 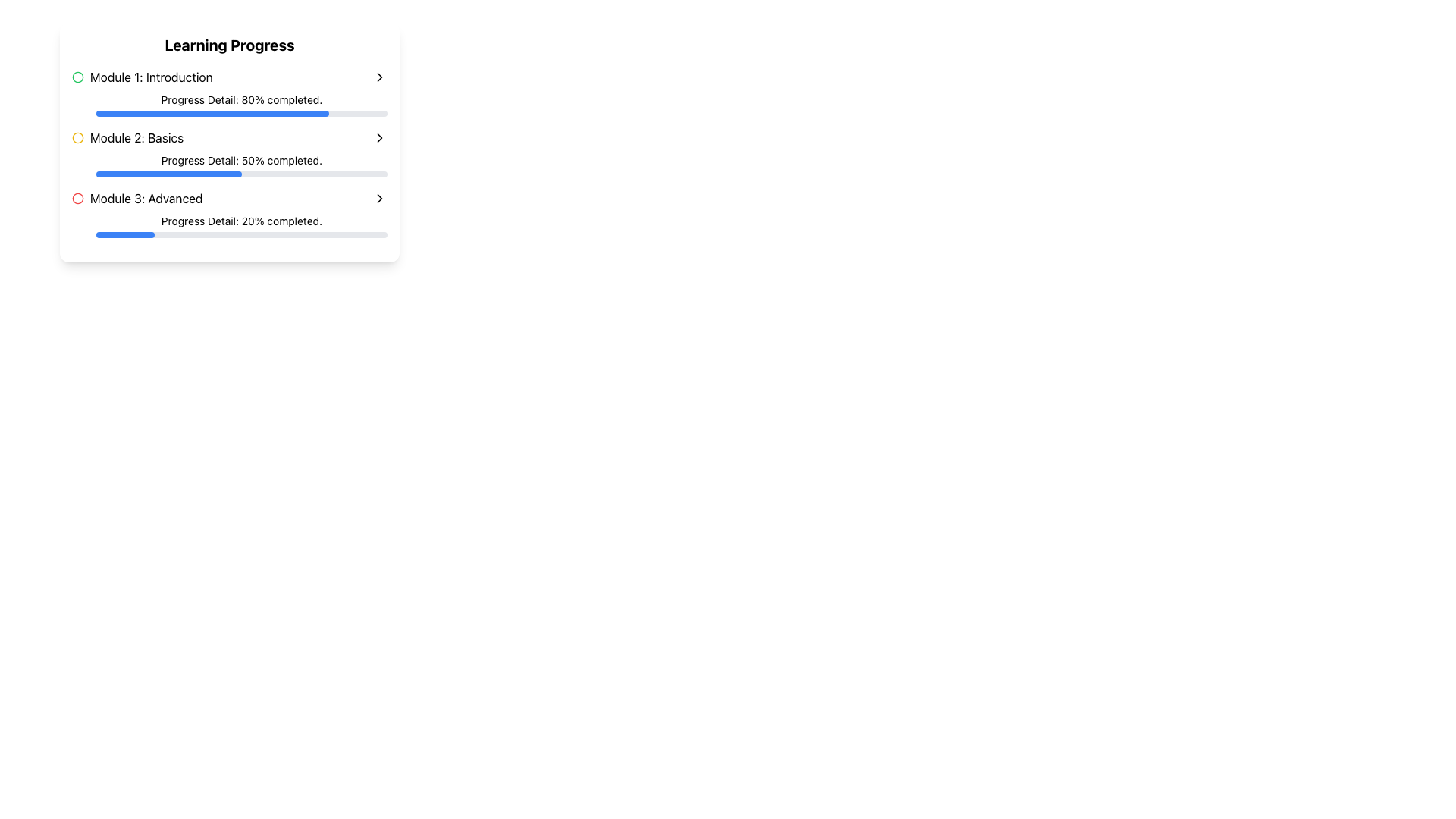 What do you see at coordinates (212, 113) in the screenshot?
I see `the horizontal progress bar indicating 80% progress located in the 'Module 1: Introduction' section under 'Learning Progress'` at bounding box center [212, 113].